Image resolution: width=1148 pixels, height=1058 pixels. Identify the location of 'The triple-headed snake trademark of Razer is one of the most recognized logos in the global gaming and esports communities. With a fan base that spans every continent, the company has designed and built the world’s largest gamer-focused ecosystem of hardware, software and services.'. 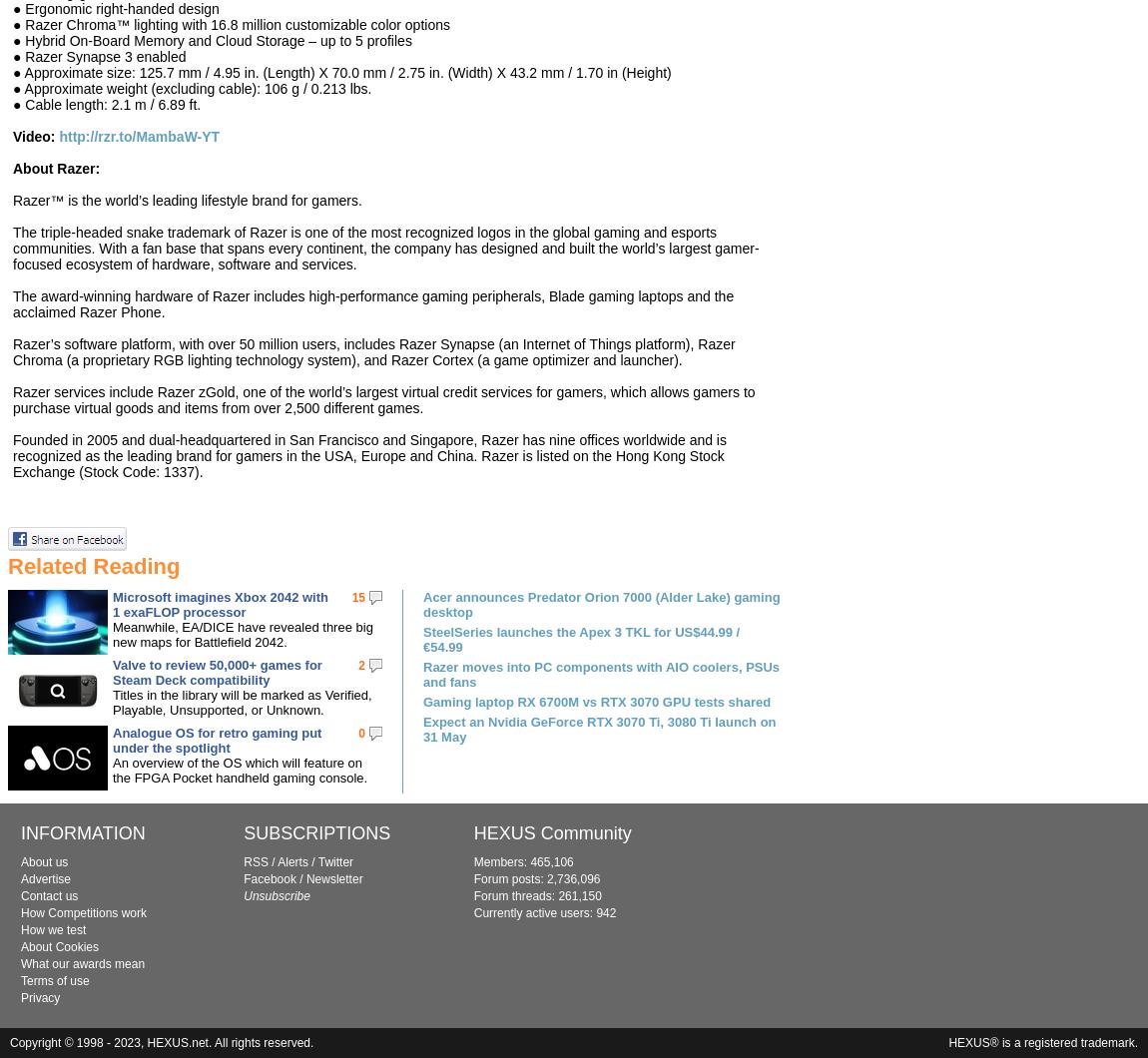
(385, 247).